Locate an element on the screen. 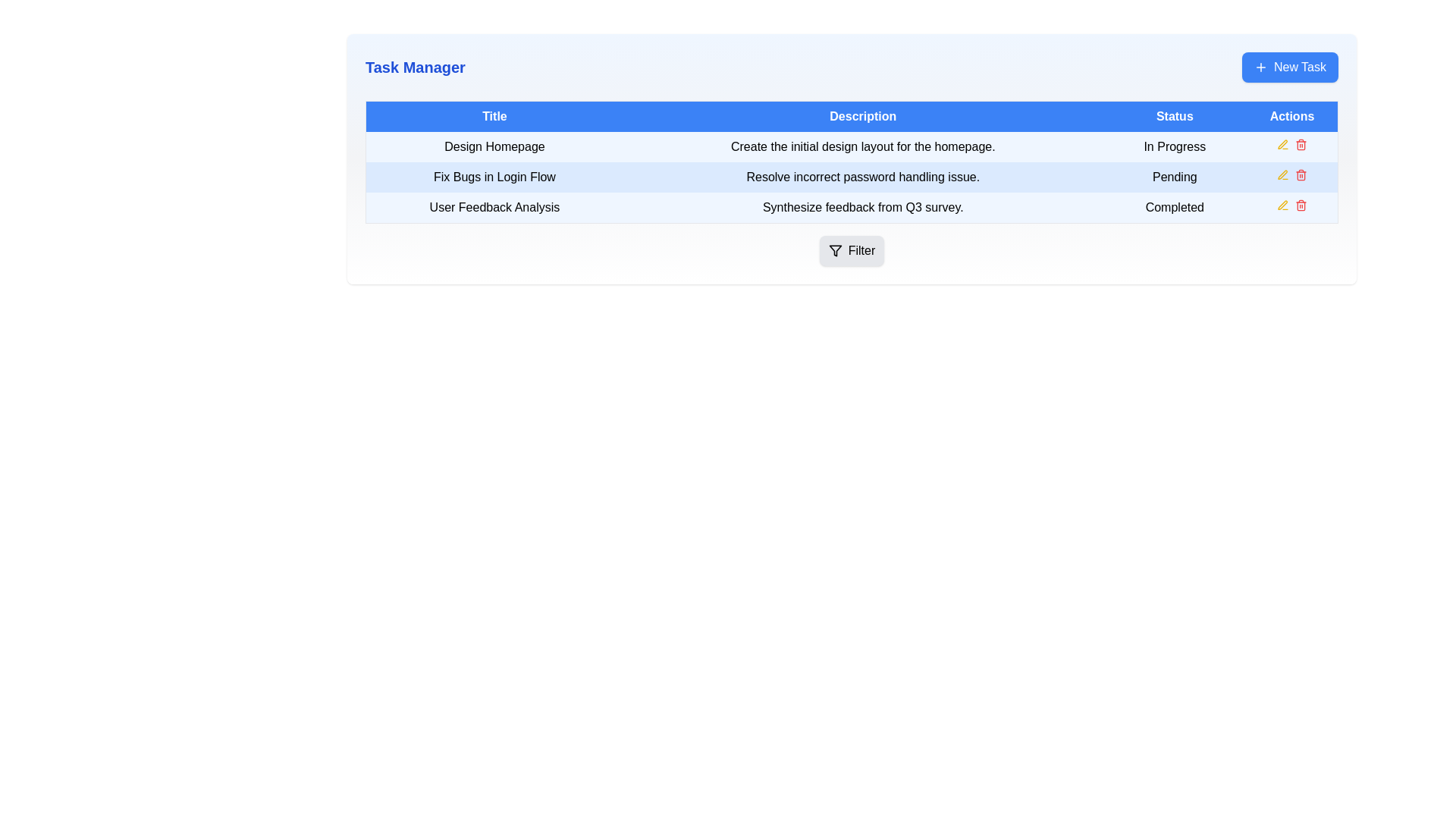 The width and height of the screenshot is (1456, 819). the text element displaying 'Create the initial design layout for the homepage.' which is located in the 'Design Homepage' row under the Description column of the table is located at coordinates (863, 146).